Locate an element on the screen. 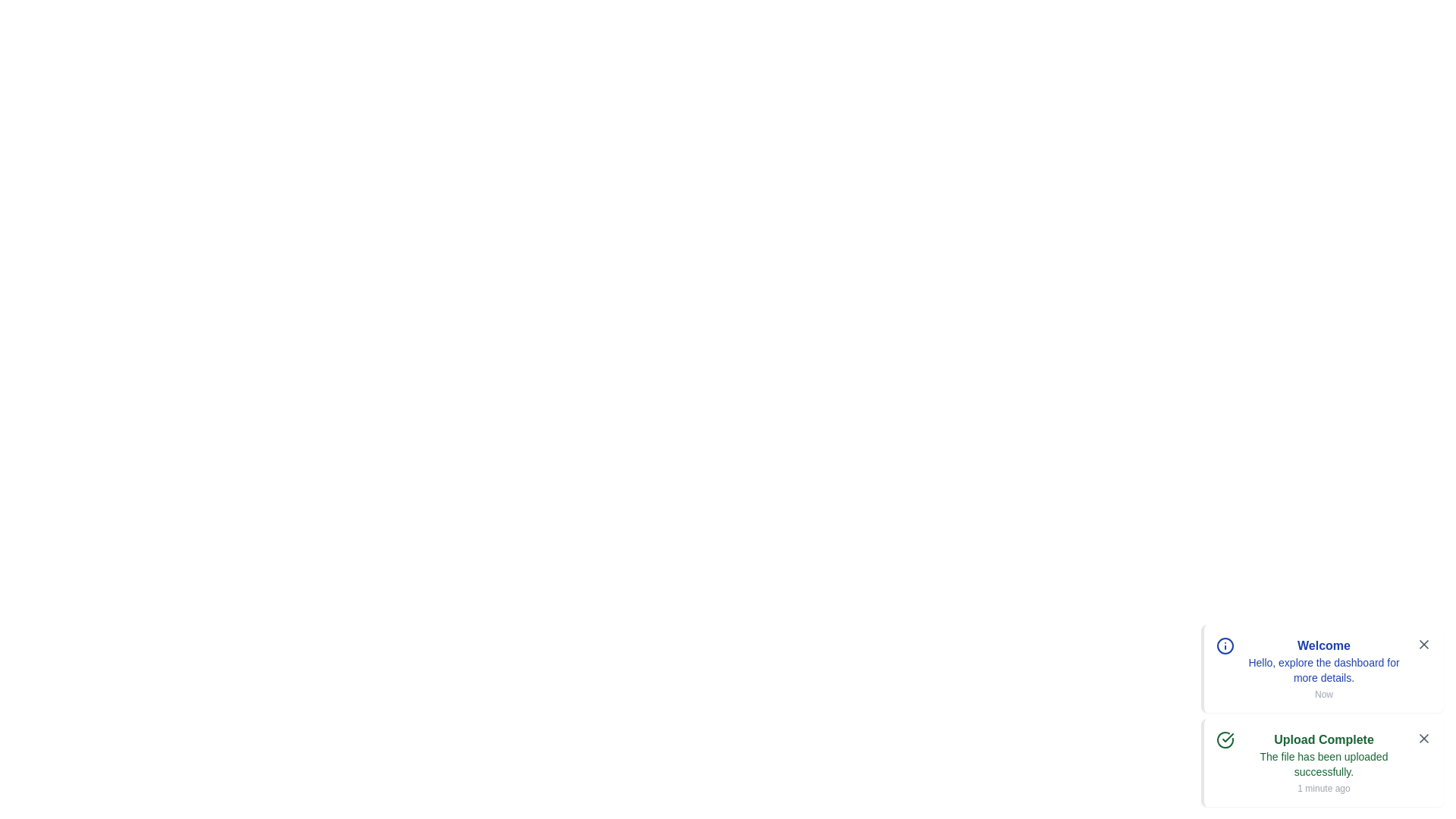  the notification identified by Welcome is located at coordinates (1321, 668).